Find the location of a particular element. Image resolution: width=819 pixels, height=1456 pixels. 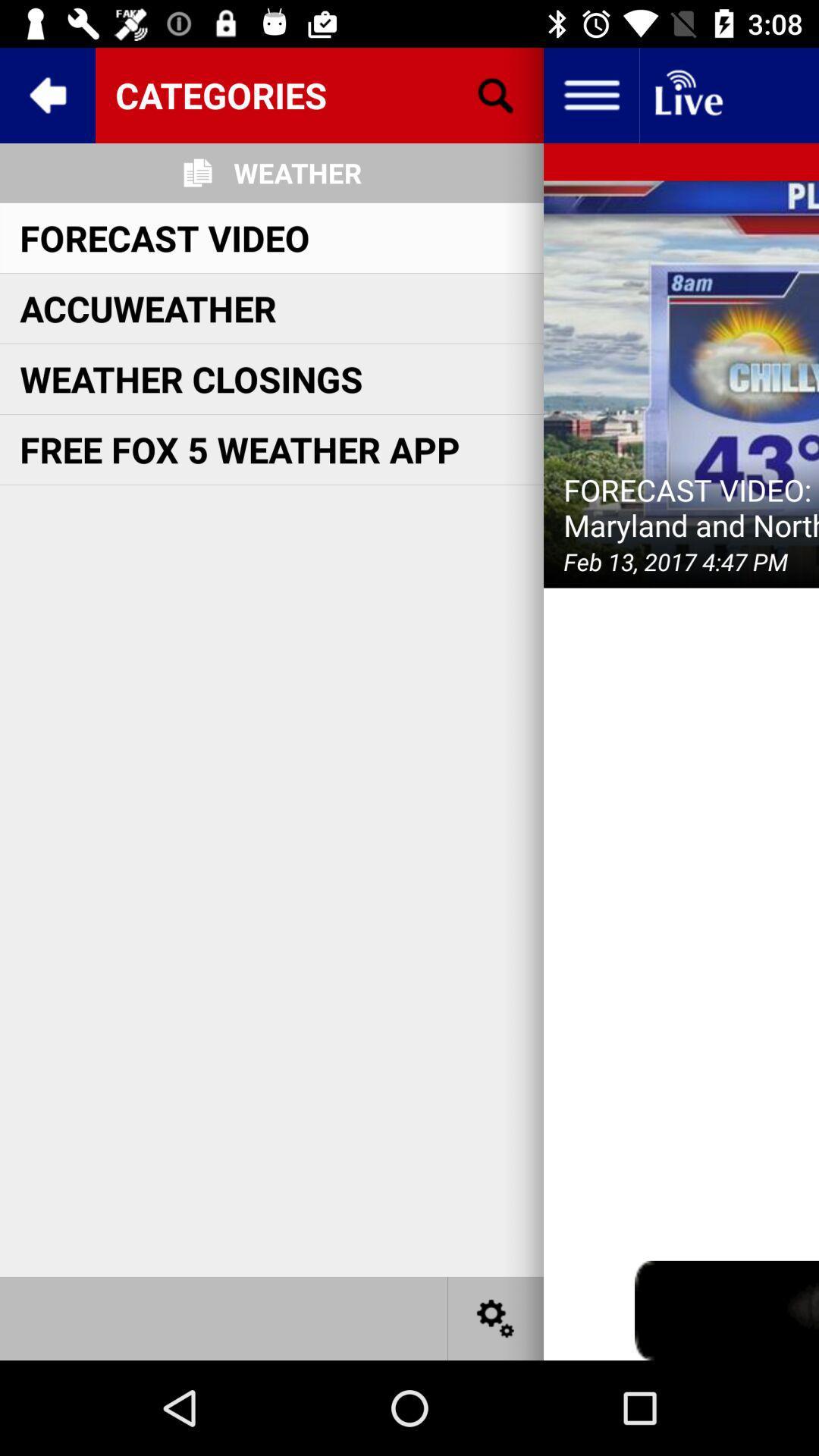

the menu icon is located at coordinates (590, 94).